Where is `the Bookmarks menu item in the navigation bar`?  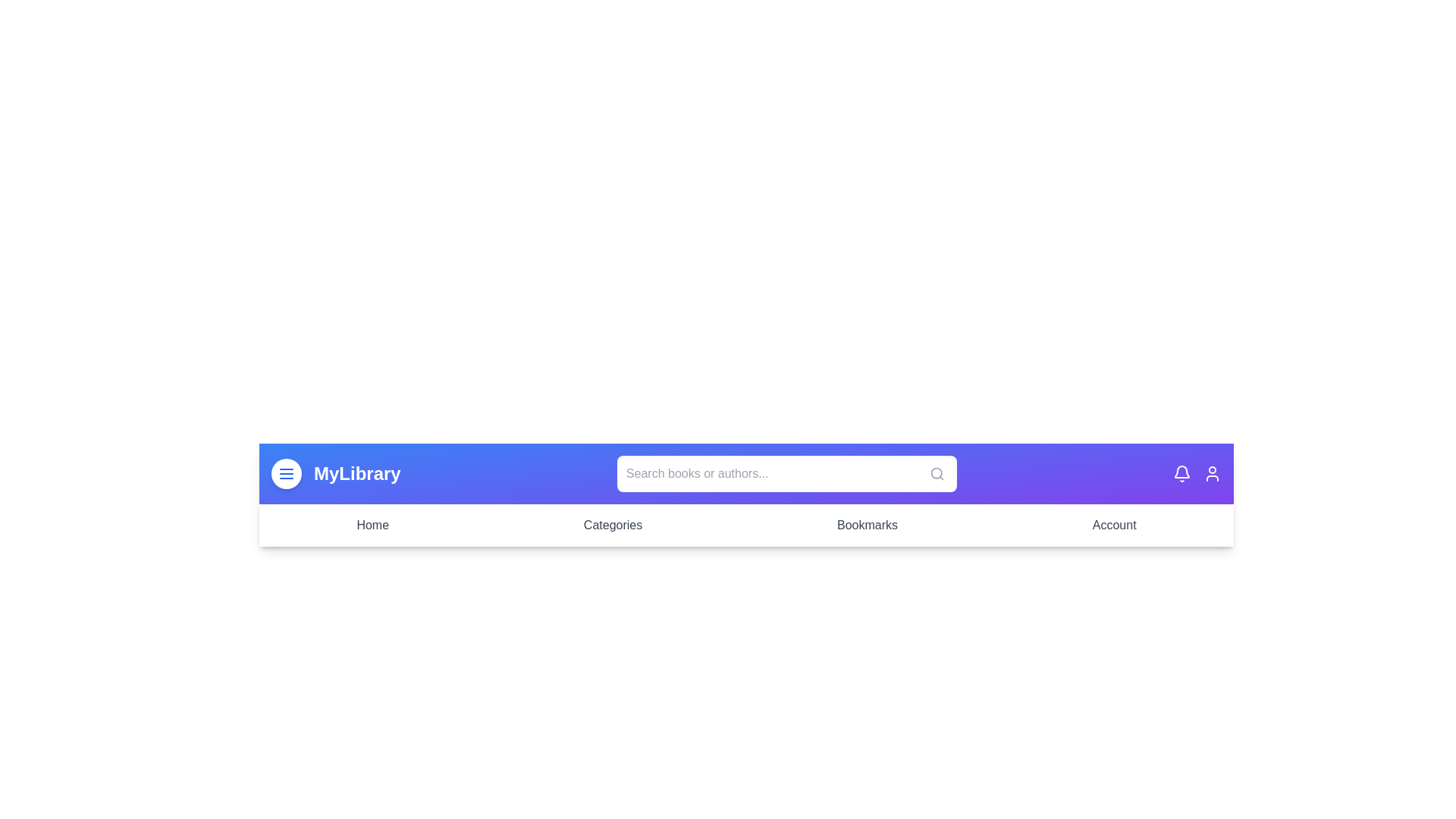
the Bookmarks menu item in the navigation bar is located at coordinates (867, 525).